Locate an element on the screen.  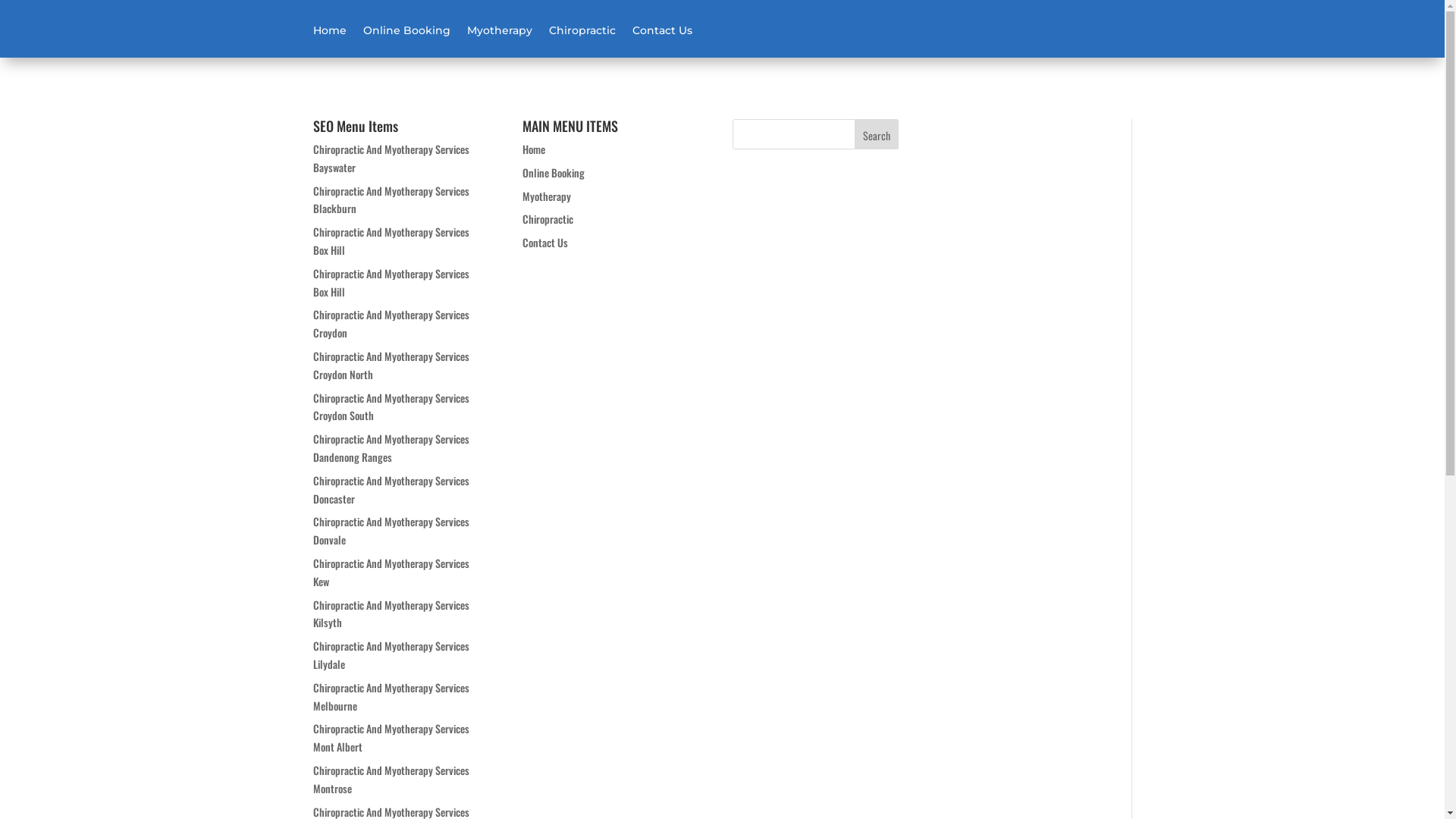
'Chiropractic And Myotherapy Services Dandenong Ranges' is located at coordinates (390, 447).